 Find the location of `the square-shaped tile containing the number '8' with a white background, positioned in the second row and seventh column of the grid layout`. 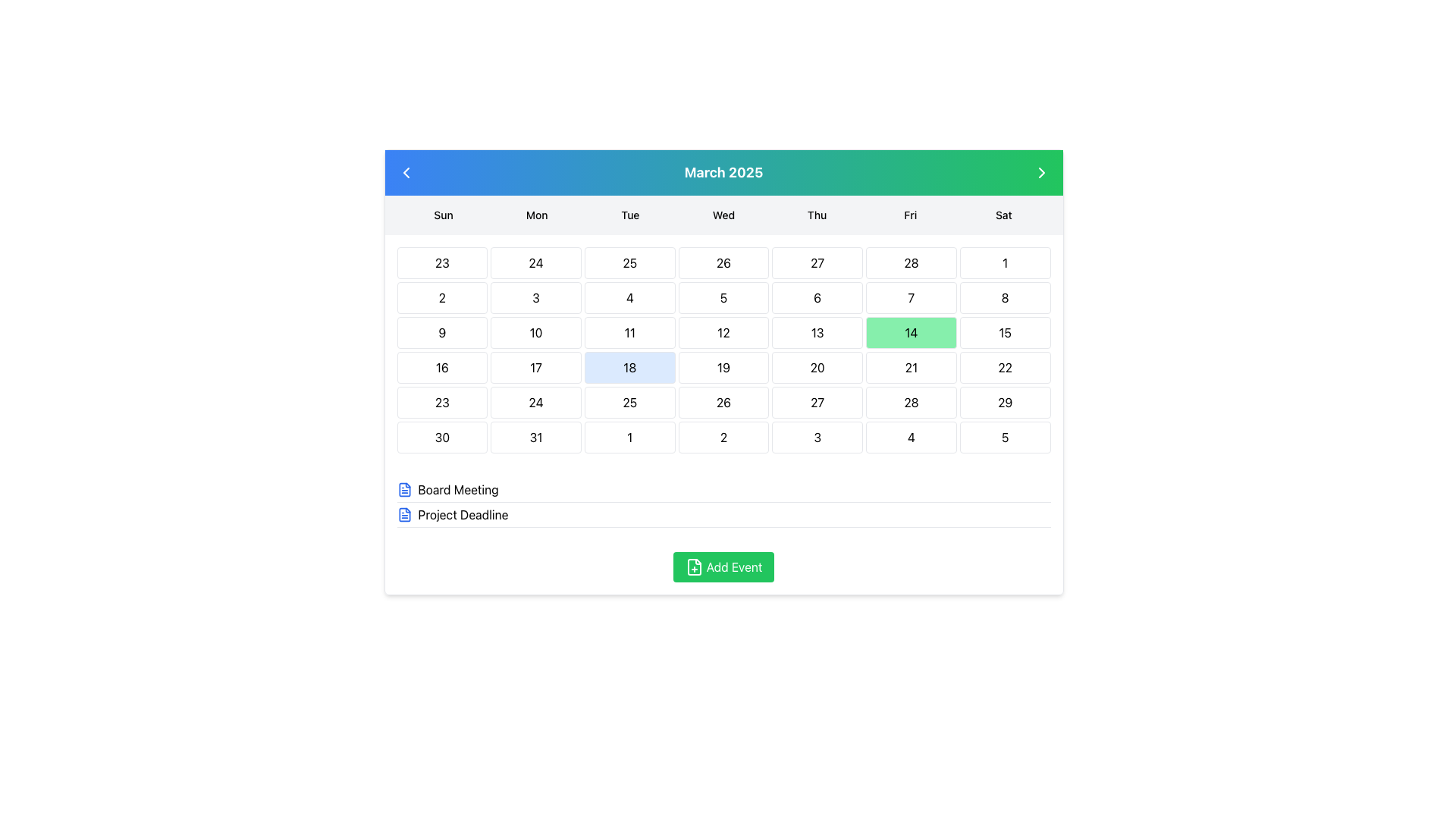

the square-shaped tile containing the number '8' with a white background, positioned in the second row and seventh column of the grid layout is located at coordinates (1005, 298).